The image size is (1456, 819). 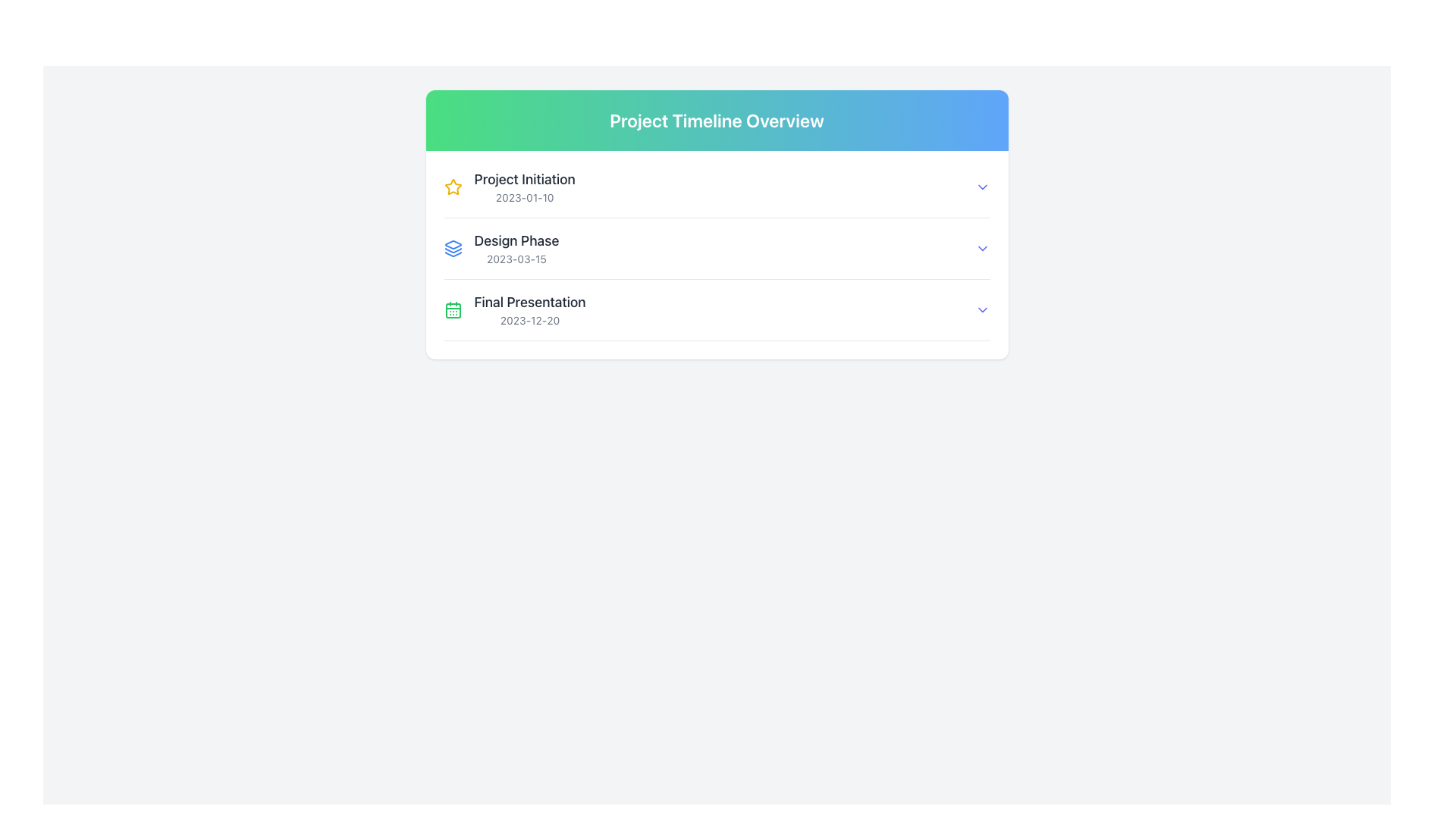 I want to click on the second list item within the timeline structure that displays detailed information about a project phase, located below the 'Project Timeline Overview' title, so click(x=716, y=254).